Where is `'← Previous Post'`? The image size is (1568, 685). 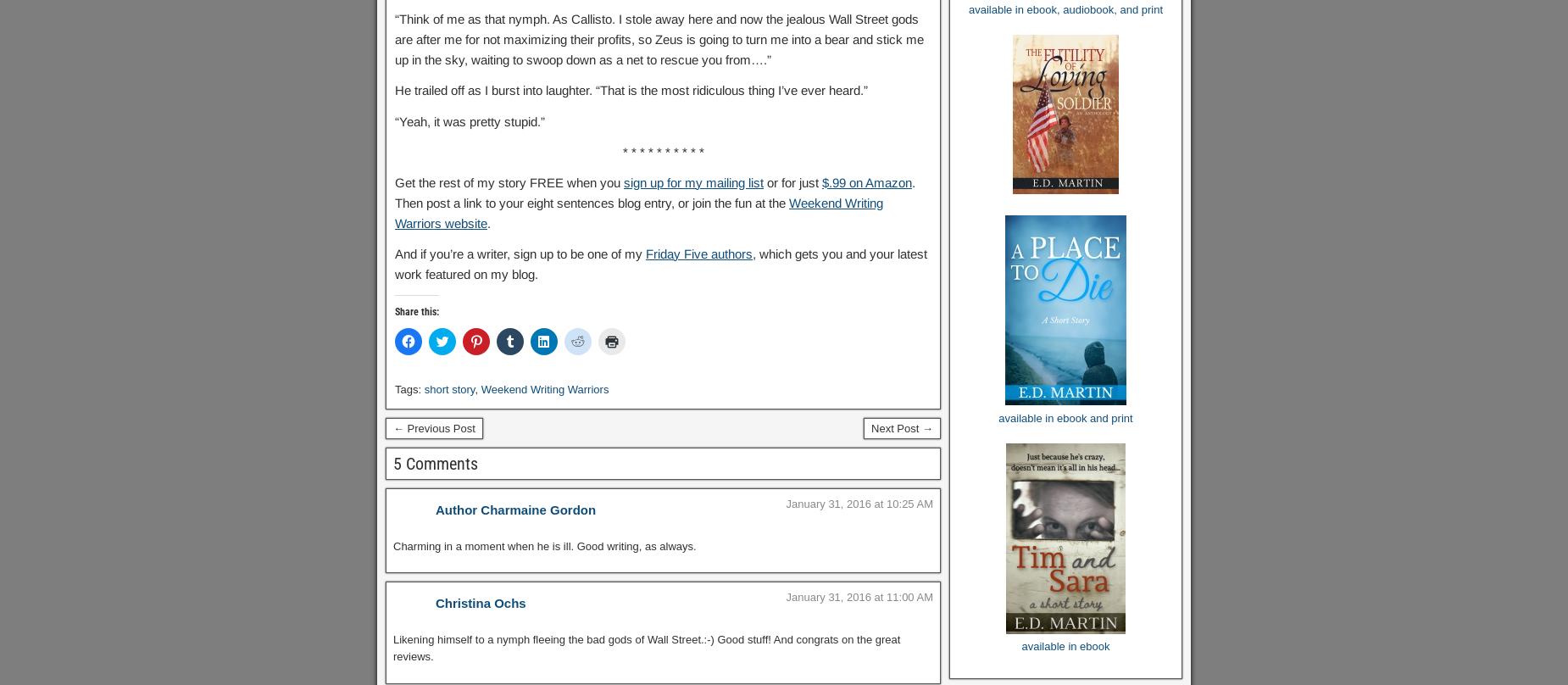
'← Previous Post' is located at coordinates (434, 427).